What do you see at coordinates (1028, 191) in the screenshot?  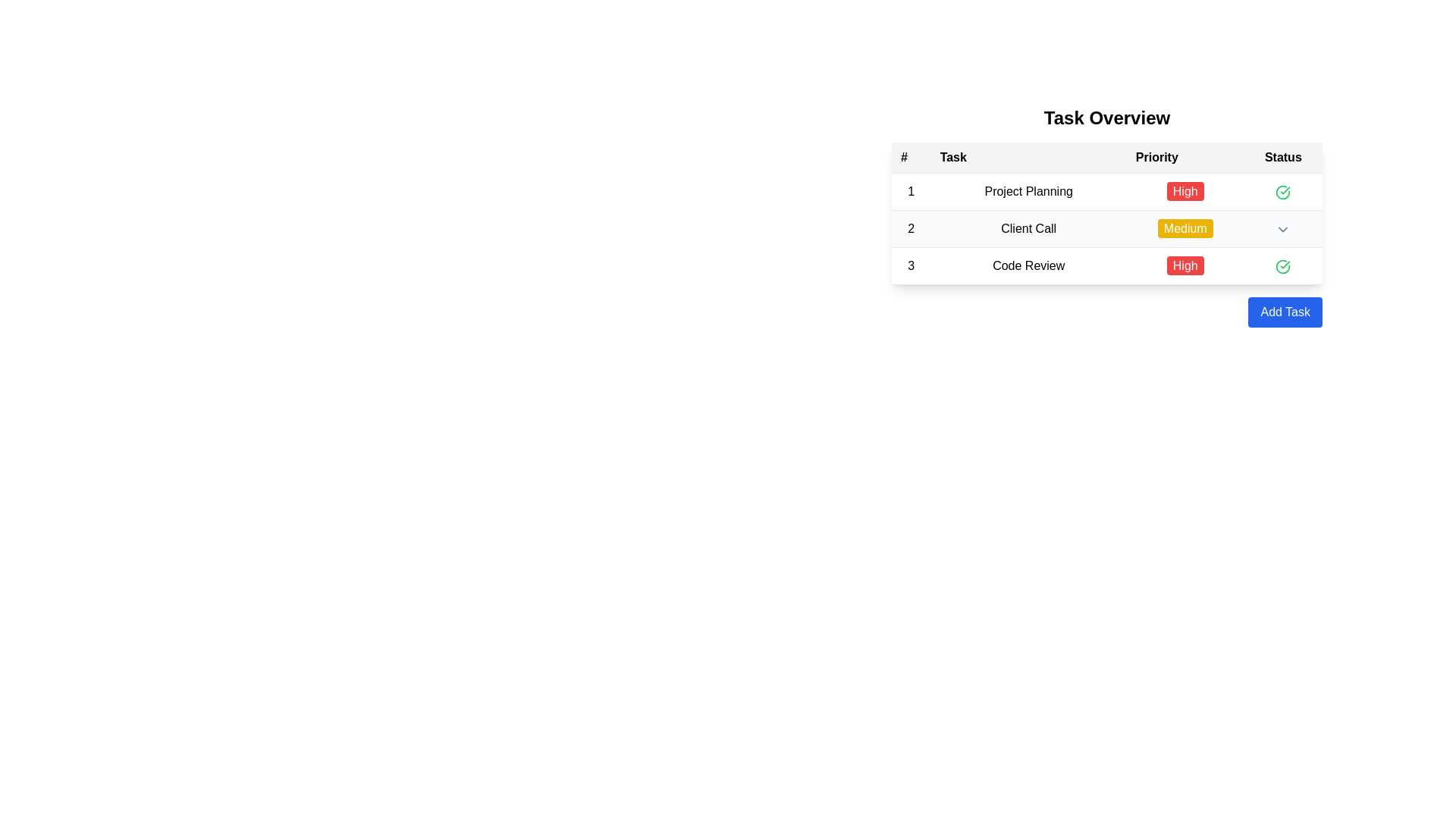 I see `the 'Project Planning' text label and its adjacent elements in the task list table, which includes the priority and status icon` at bounding box center [1028, 191].